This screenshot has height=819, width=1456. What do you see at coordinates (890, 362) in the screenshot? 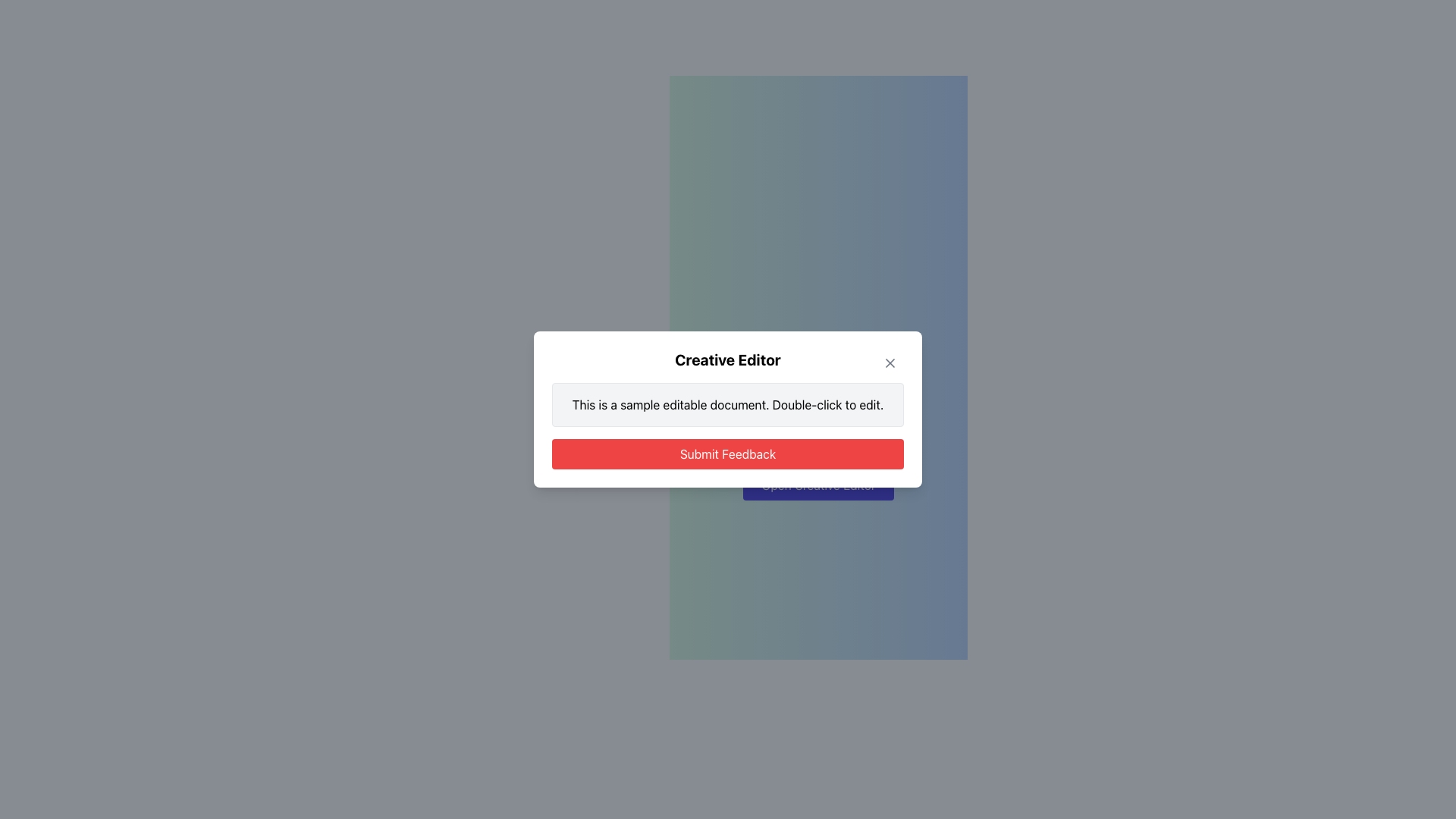
I see `the close button located at the top-right corner of the 'Creative Editor' modal dialog box` at bounding box center [890, 362].